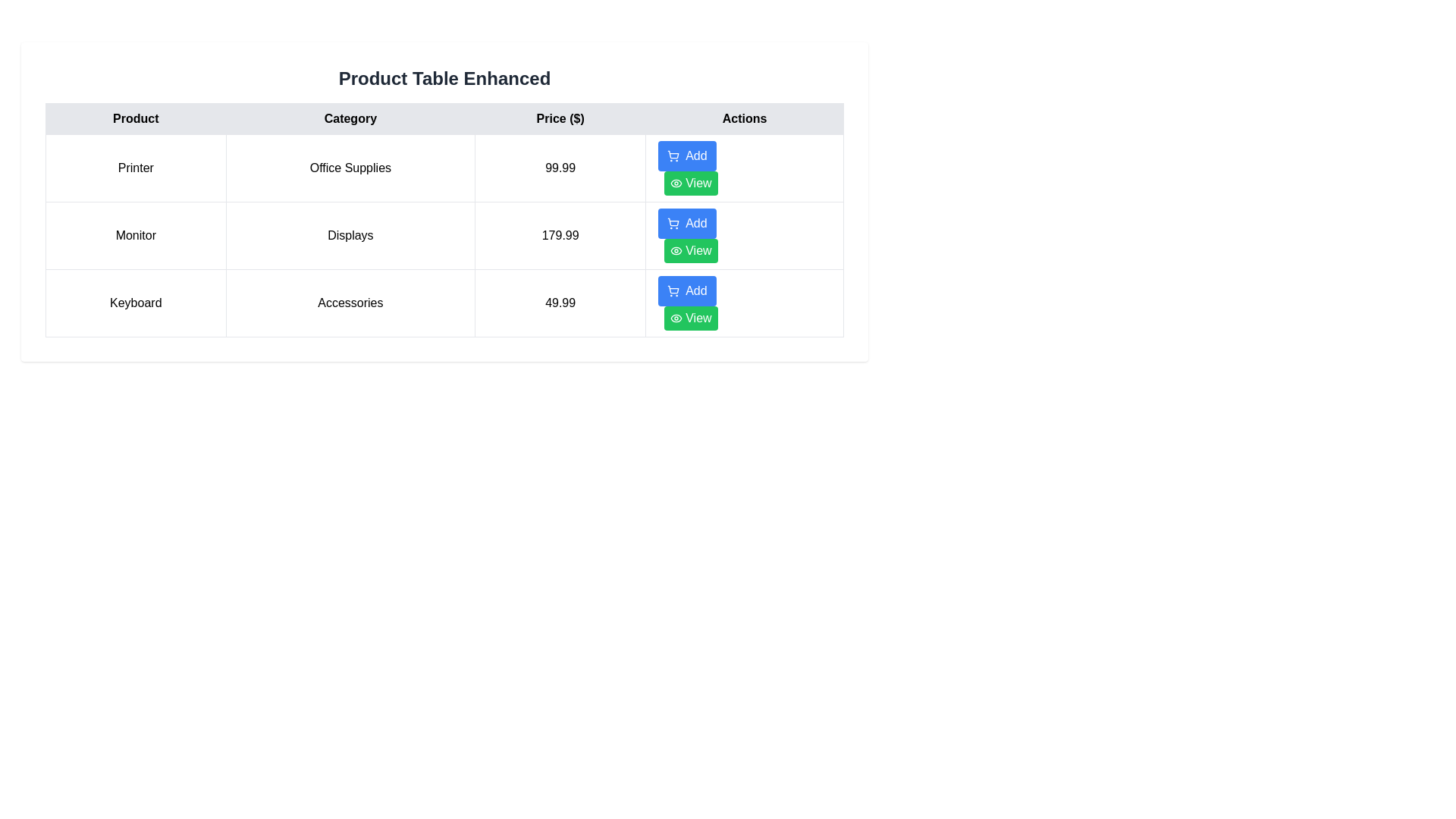 Image resolution: width=1456 pixels, height=819 pixels. Describe the element at coordinates (350, 236) in the screenshot. I see `the Text label in the second column of the second row of the table, which serves as a category label for the product, positioned under the 'Category' header` at that location.